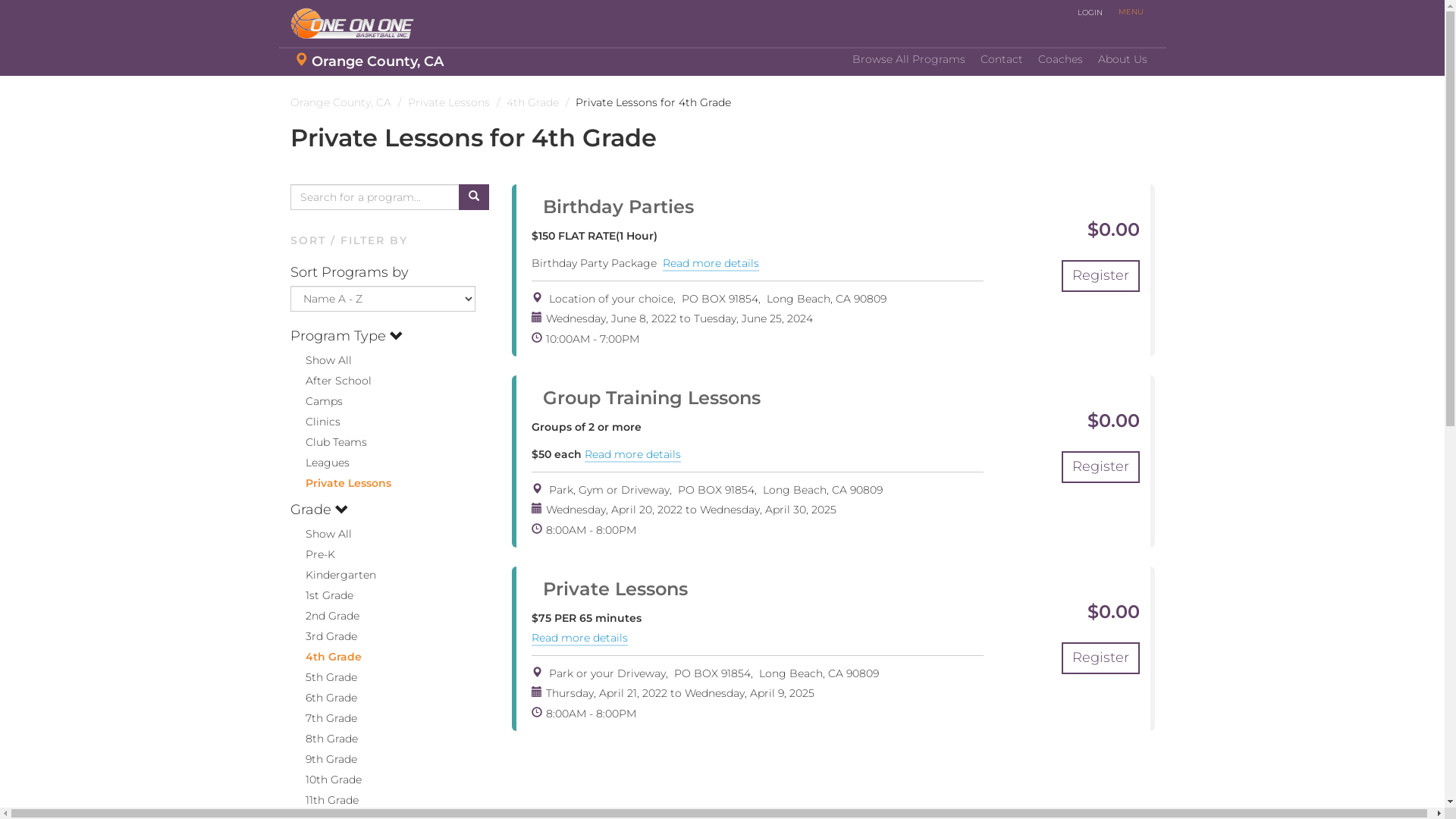 The height and width of the screenshot is (819, 1456). Describe the element at coordinates (322, 698) in the screenshot. I see `'6th Grade'` at that location.